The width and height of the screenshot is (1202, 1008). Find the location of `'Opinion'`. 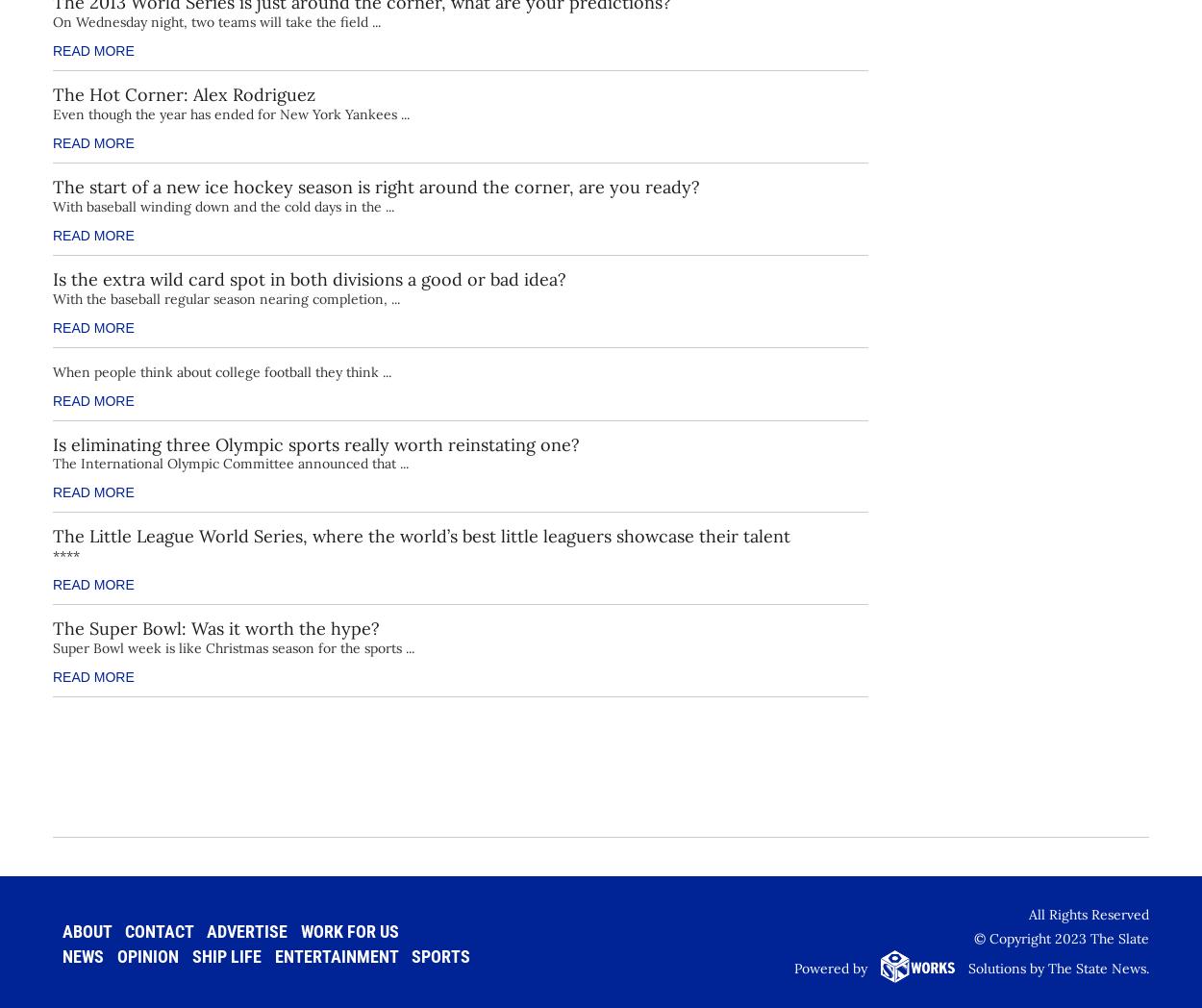

'Opinion' is located at coordinates (148, 954).